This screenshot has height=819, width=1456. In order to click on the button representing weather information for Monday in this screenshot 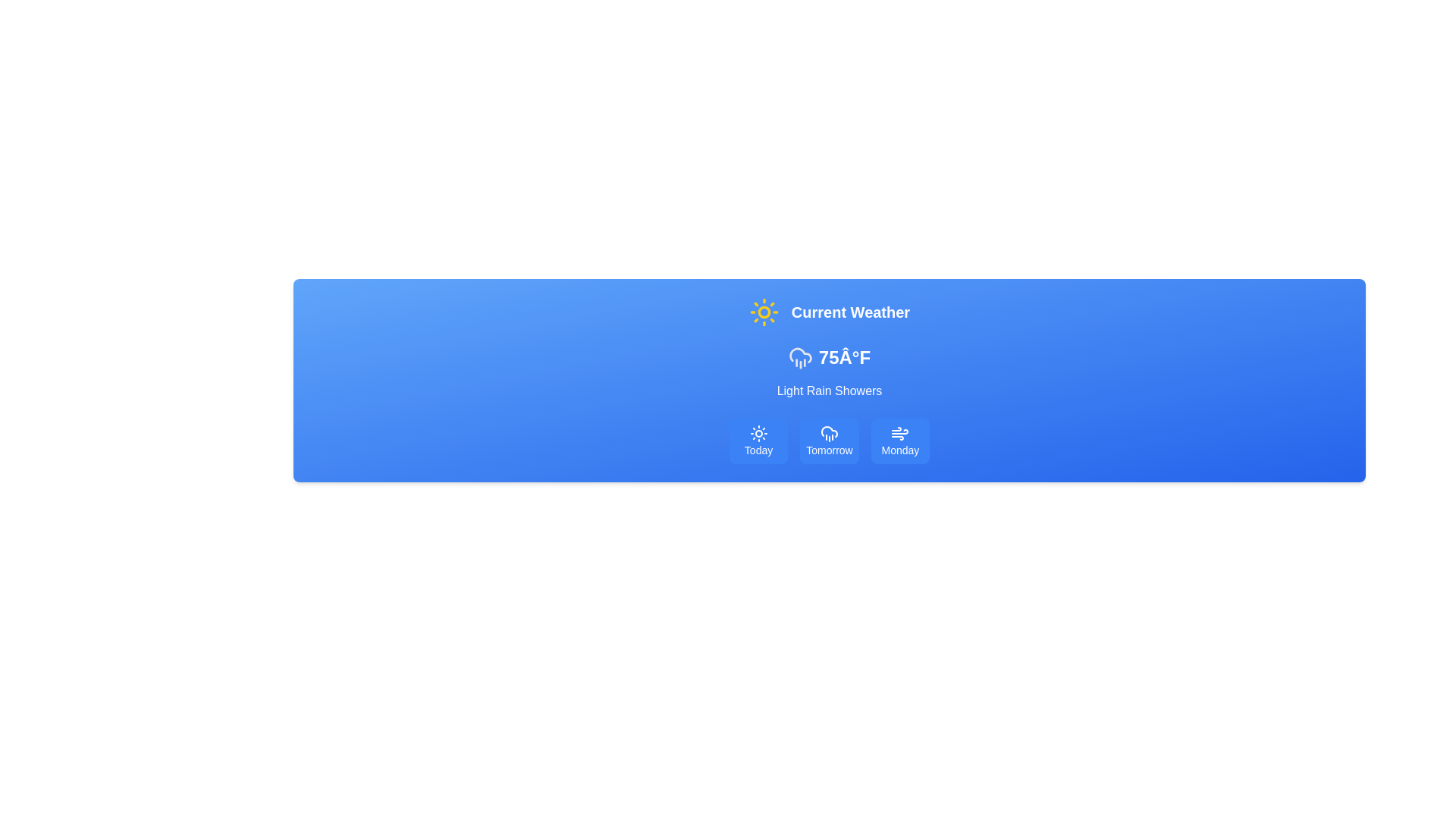, I will do `click(900, 441)`.